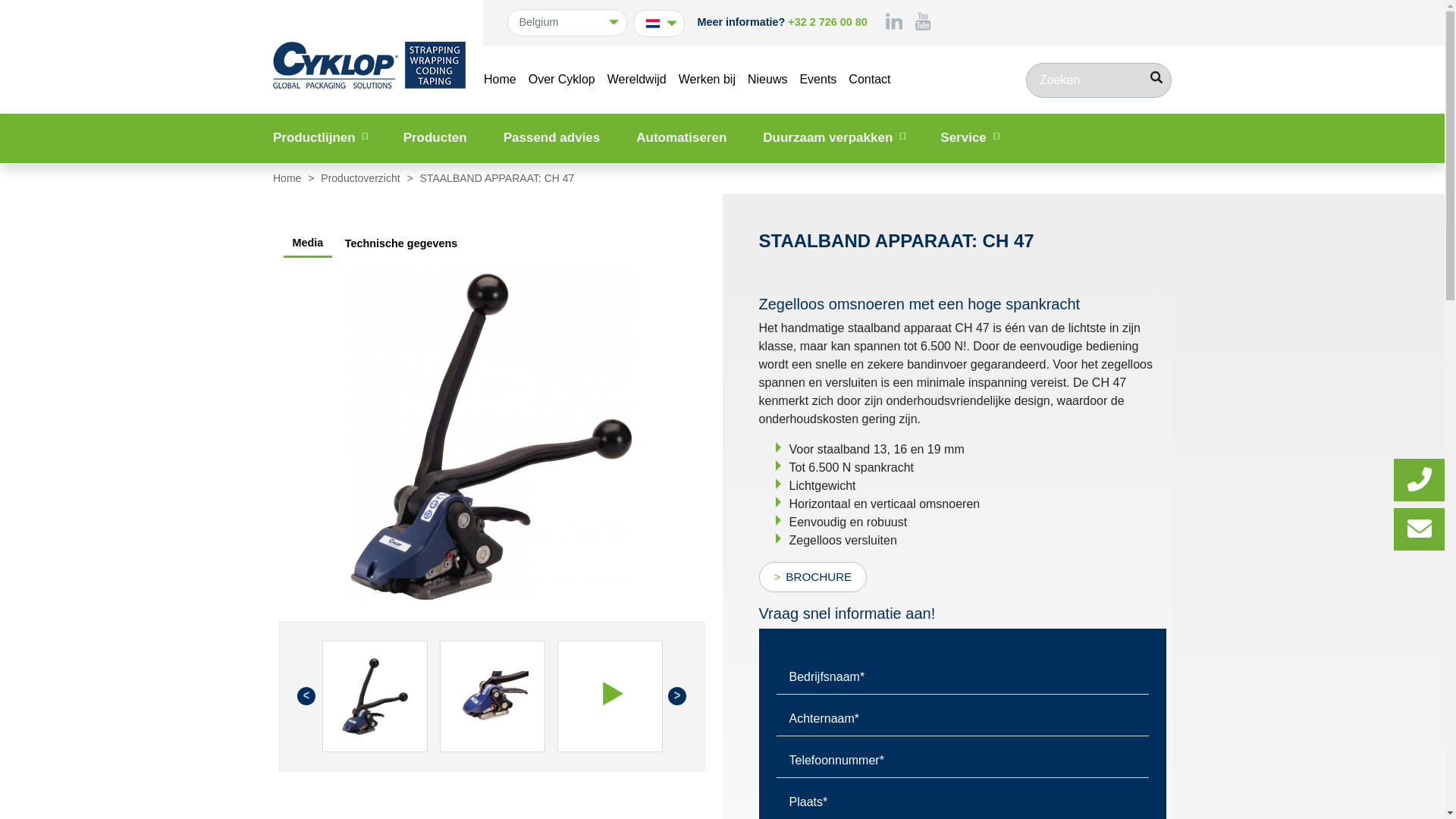  I want to click on 'Media', so click(284, 243).